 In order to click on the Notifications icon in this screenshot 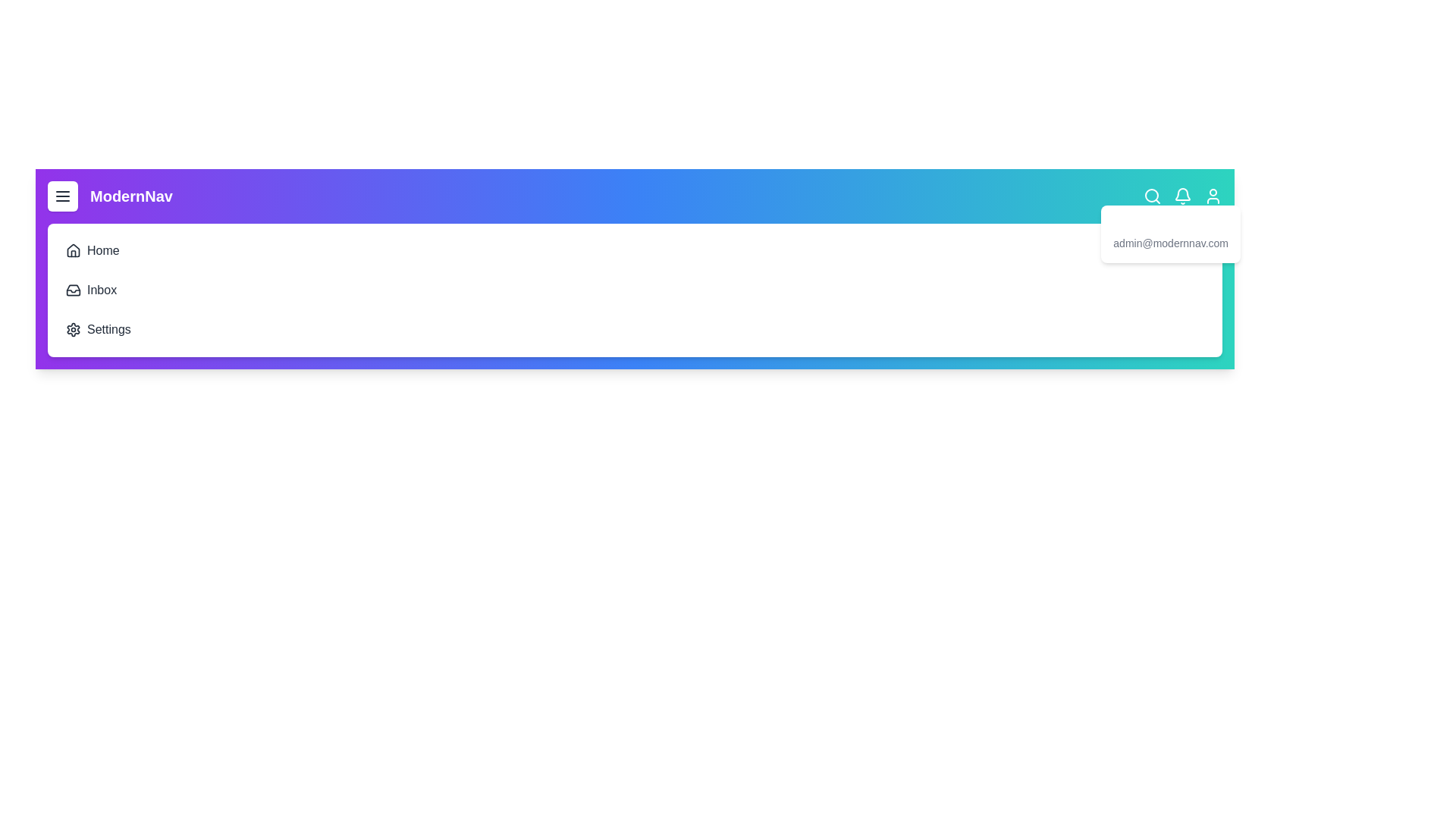, I will do `click(1182, 195)`.